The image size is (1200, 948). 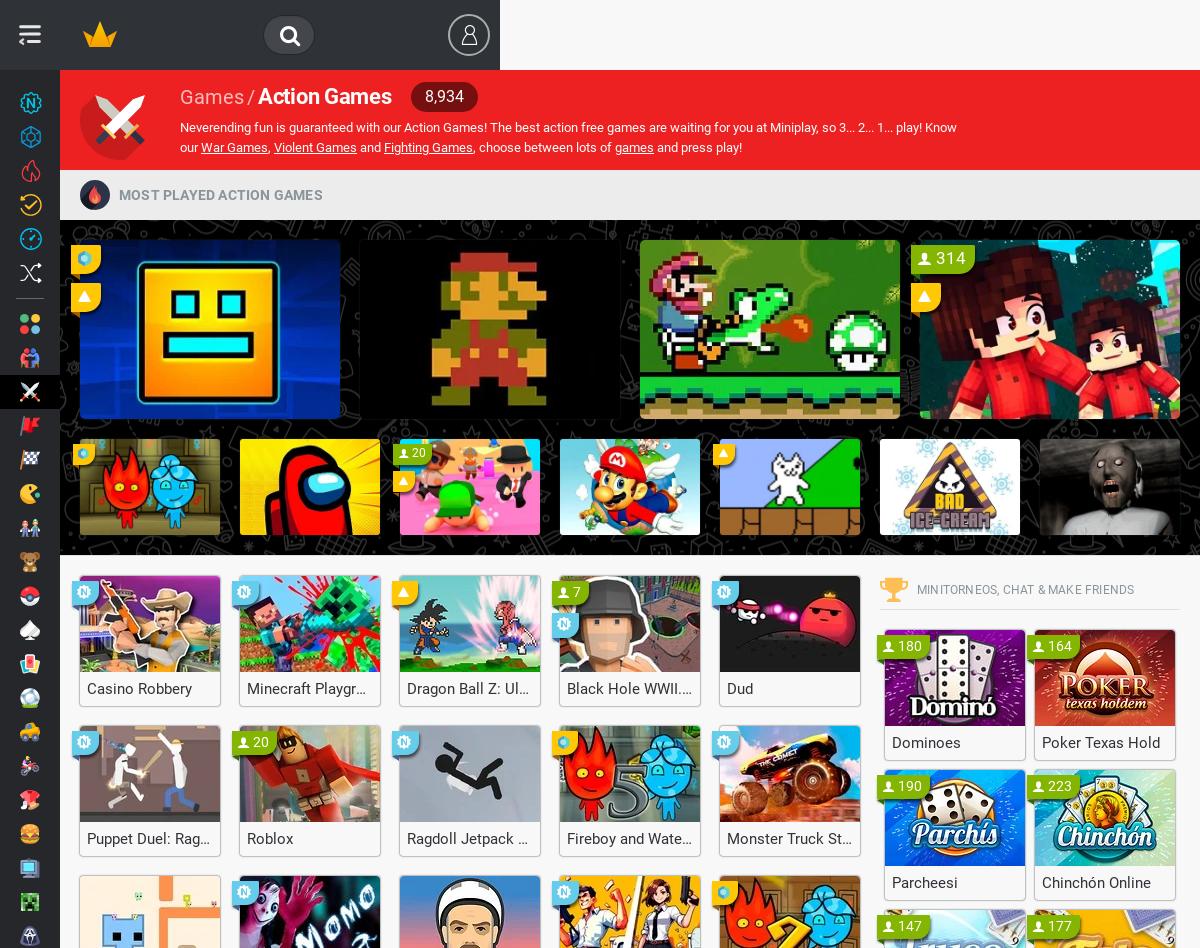 What do you see at coordinates (315, 146) in the screenshot?
I see `'Violent Games'` at bounding box center [315, 146].